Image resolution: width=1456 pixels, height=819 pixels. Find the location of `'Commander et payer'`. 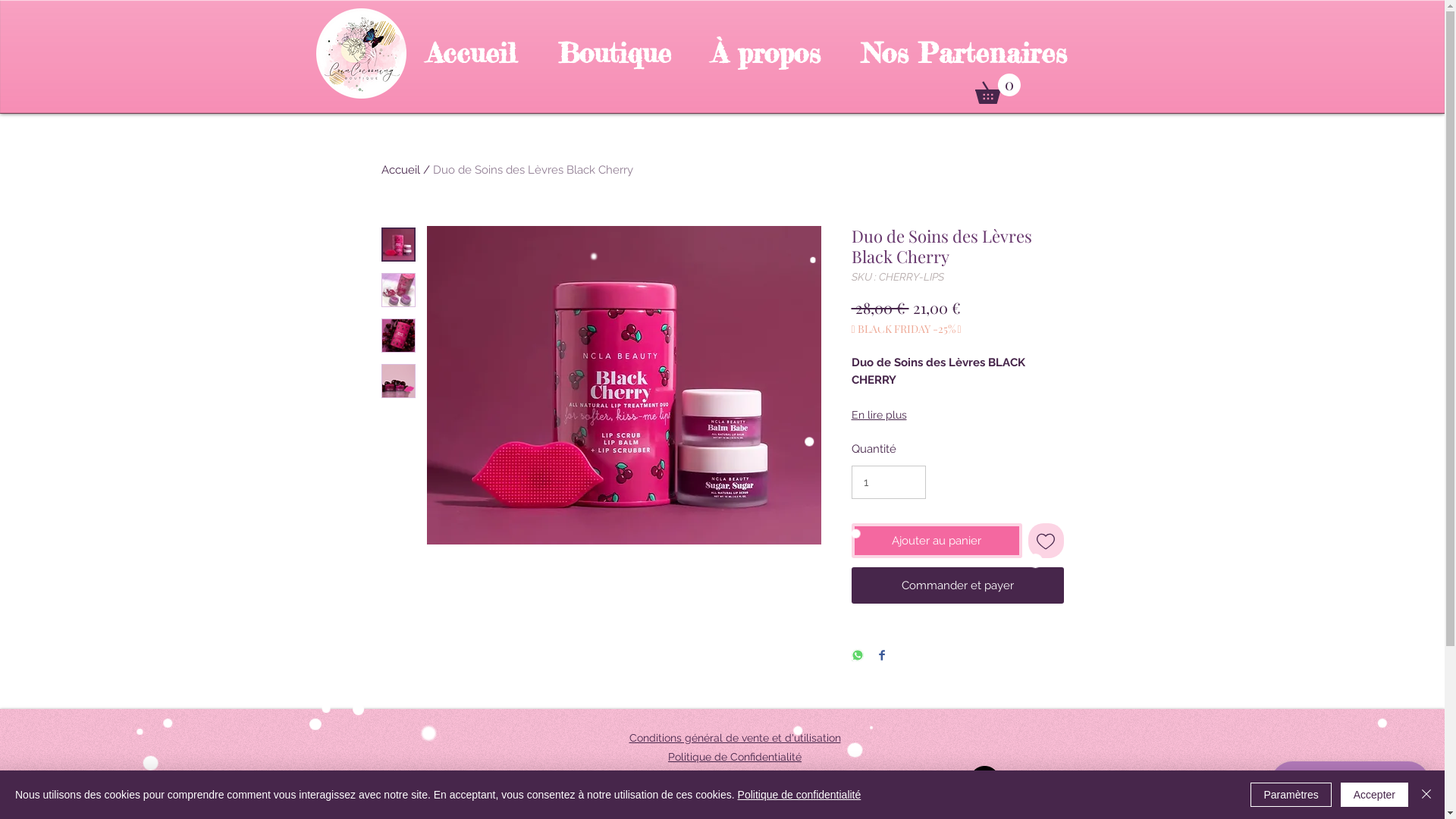

'Commander et payer' is located at coordinates (956, 584).